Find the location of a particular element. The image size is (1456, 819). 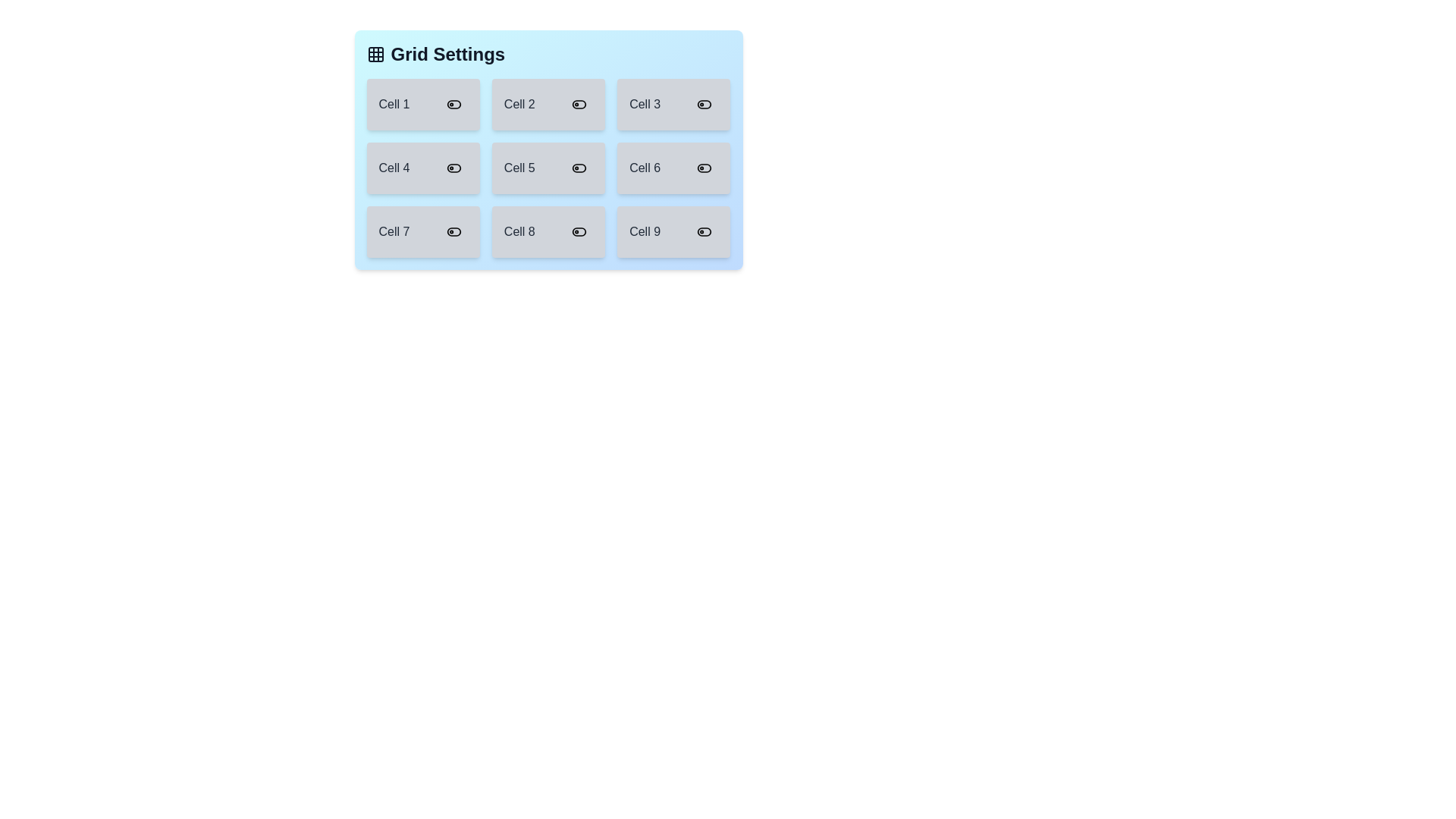

the header section to interact with it is located at coordinates (548, 54).